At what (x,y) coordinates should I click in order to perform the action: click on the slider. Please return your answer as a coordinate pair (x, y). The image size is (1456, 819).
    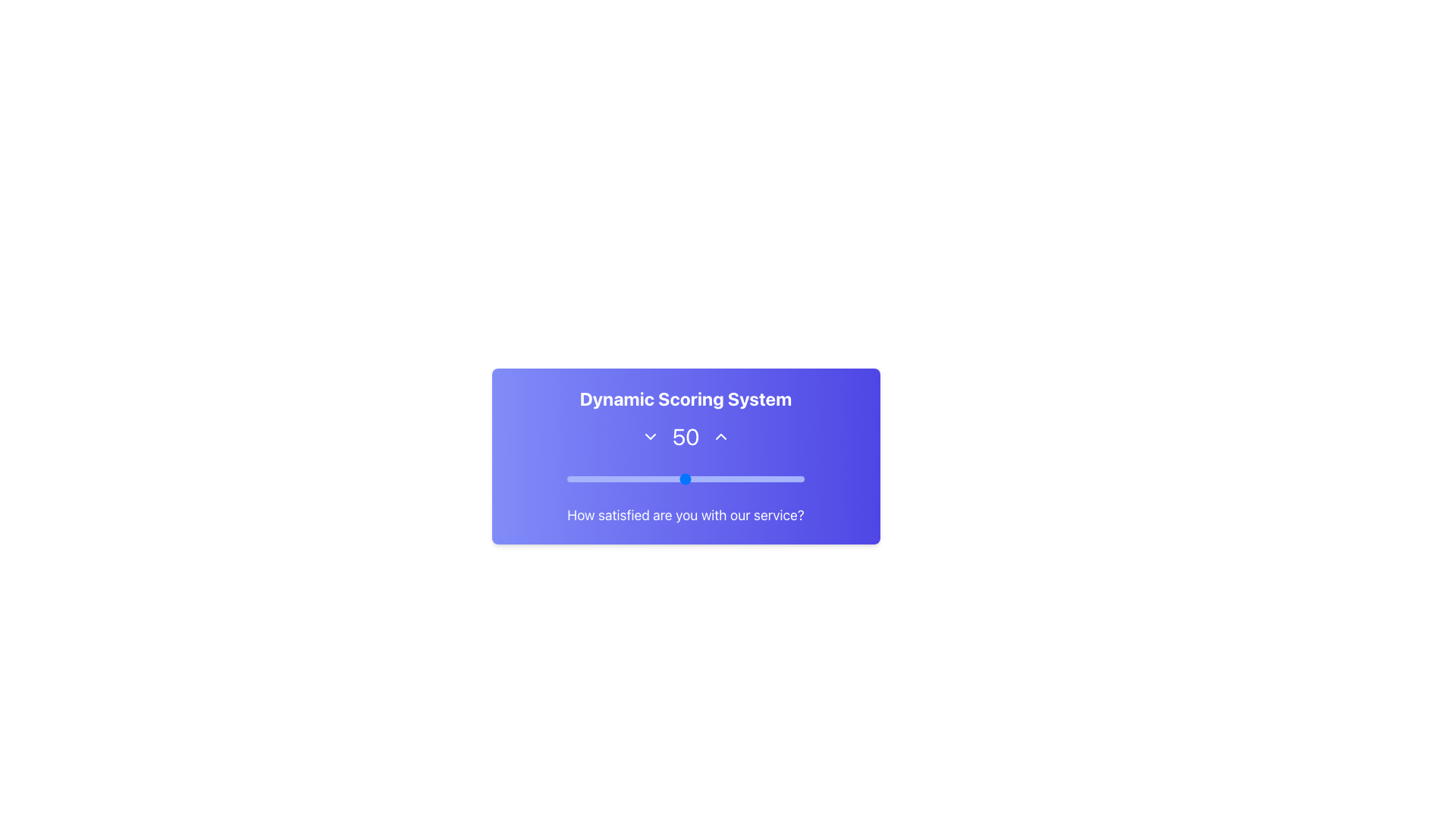
    Looking at the image, I should click on (633, 475).